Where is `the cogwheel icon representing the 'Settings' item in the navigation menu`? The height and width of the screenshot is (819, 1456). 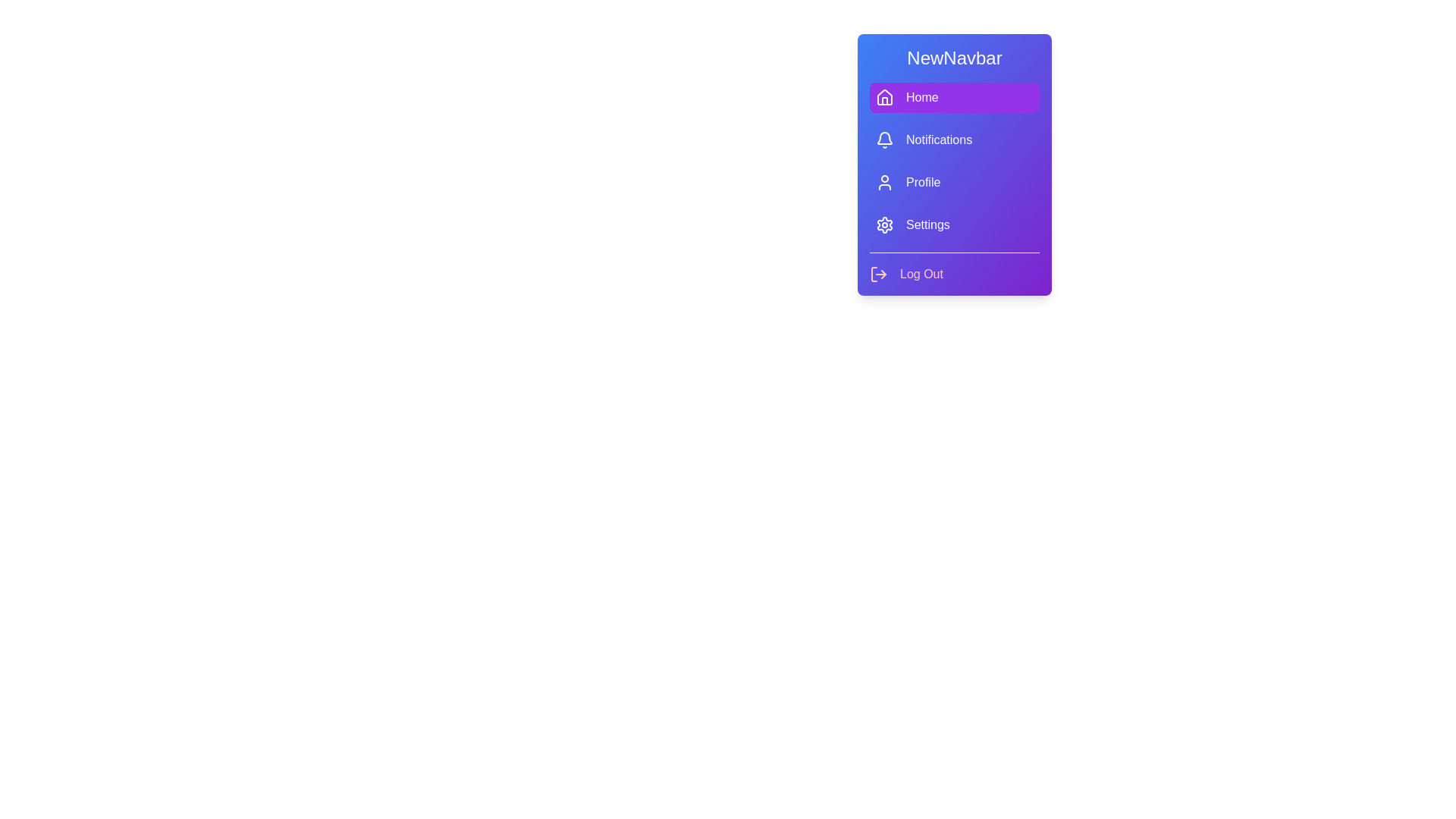
the cogwheel icon representing the 'Settings' item in the navigation menu is located at coordinates (884, 225).